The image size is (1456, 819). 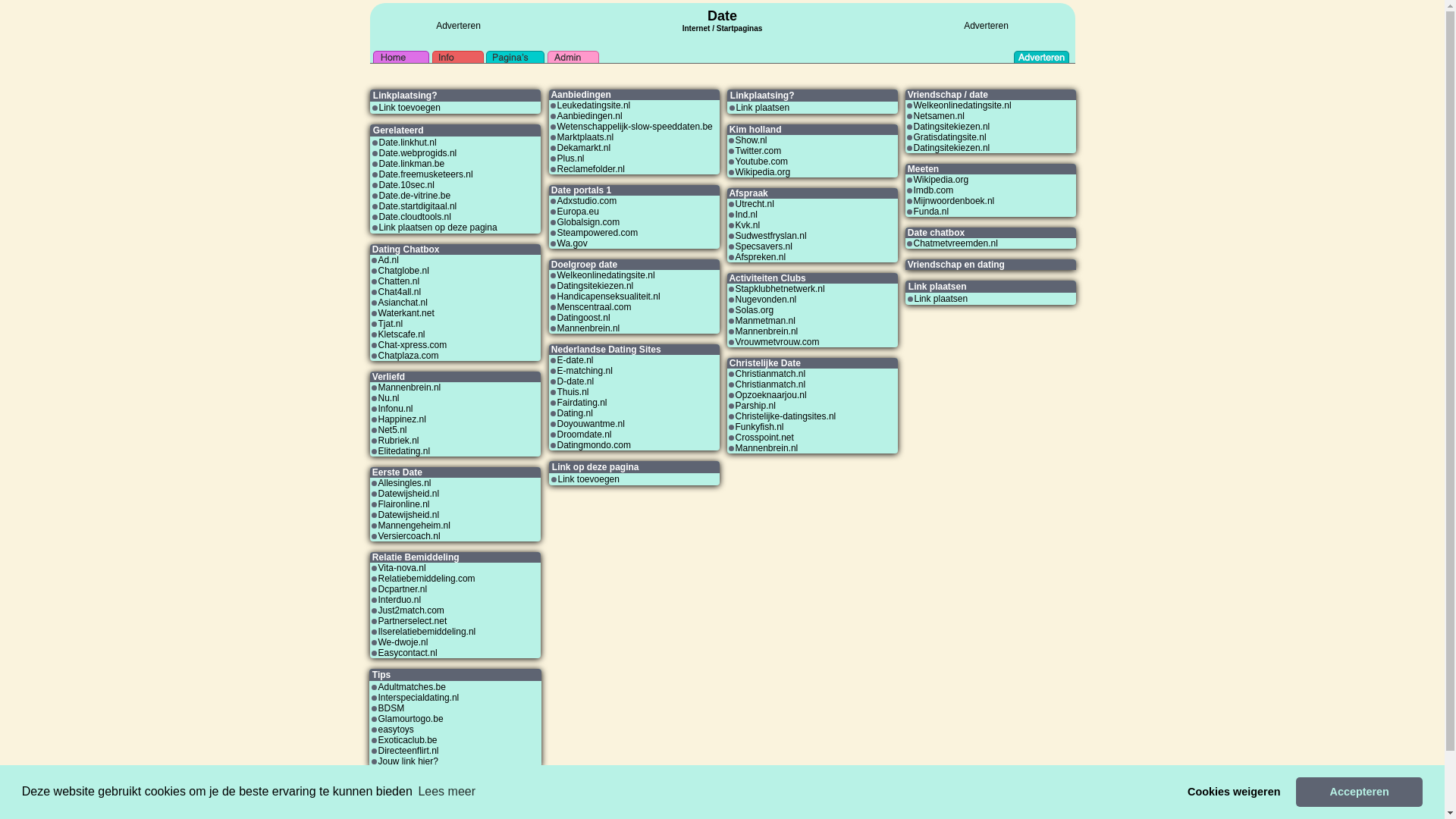 I want to click on 'Marktplaats.nl', so click(x=556, y=137).